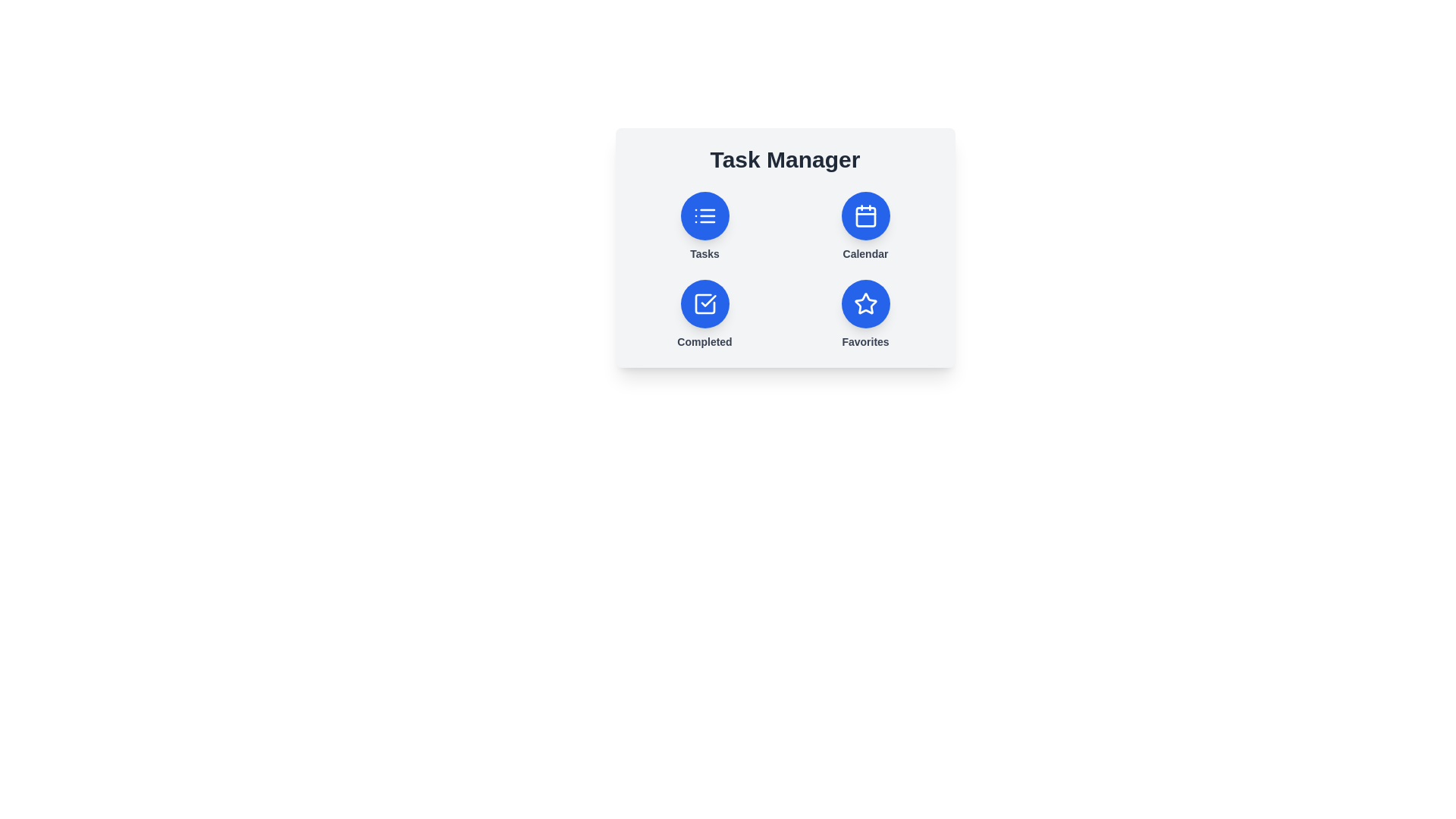 The width and height of the screenshot is (1456, 819). Describe the element at coordinates (704, 304) in the screenshot. I see `the blue circular icon button with a white outlined square and check mark inside` at that location.